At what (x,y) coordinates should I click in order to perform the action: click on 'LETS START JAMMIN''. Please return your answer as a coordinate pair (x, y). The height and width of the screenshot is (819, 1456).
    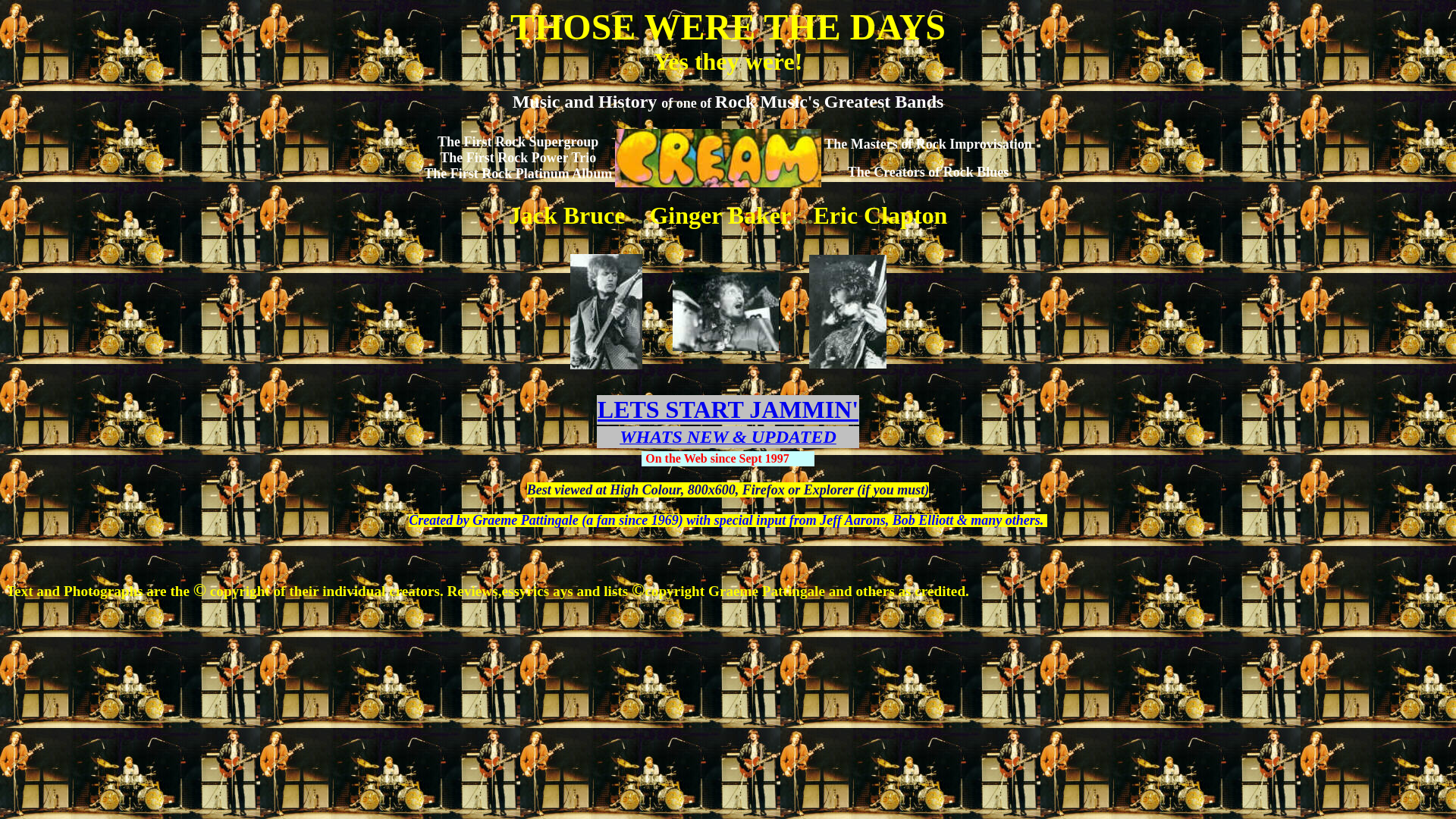
    Looking at the image, I should click on (728, 409).